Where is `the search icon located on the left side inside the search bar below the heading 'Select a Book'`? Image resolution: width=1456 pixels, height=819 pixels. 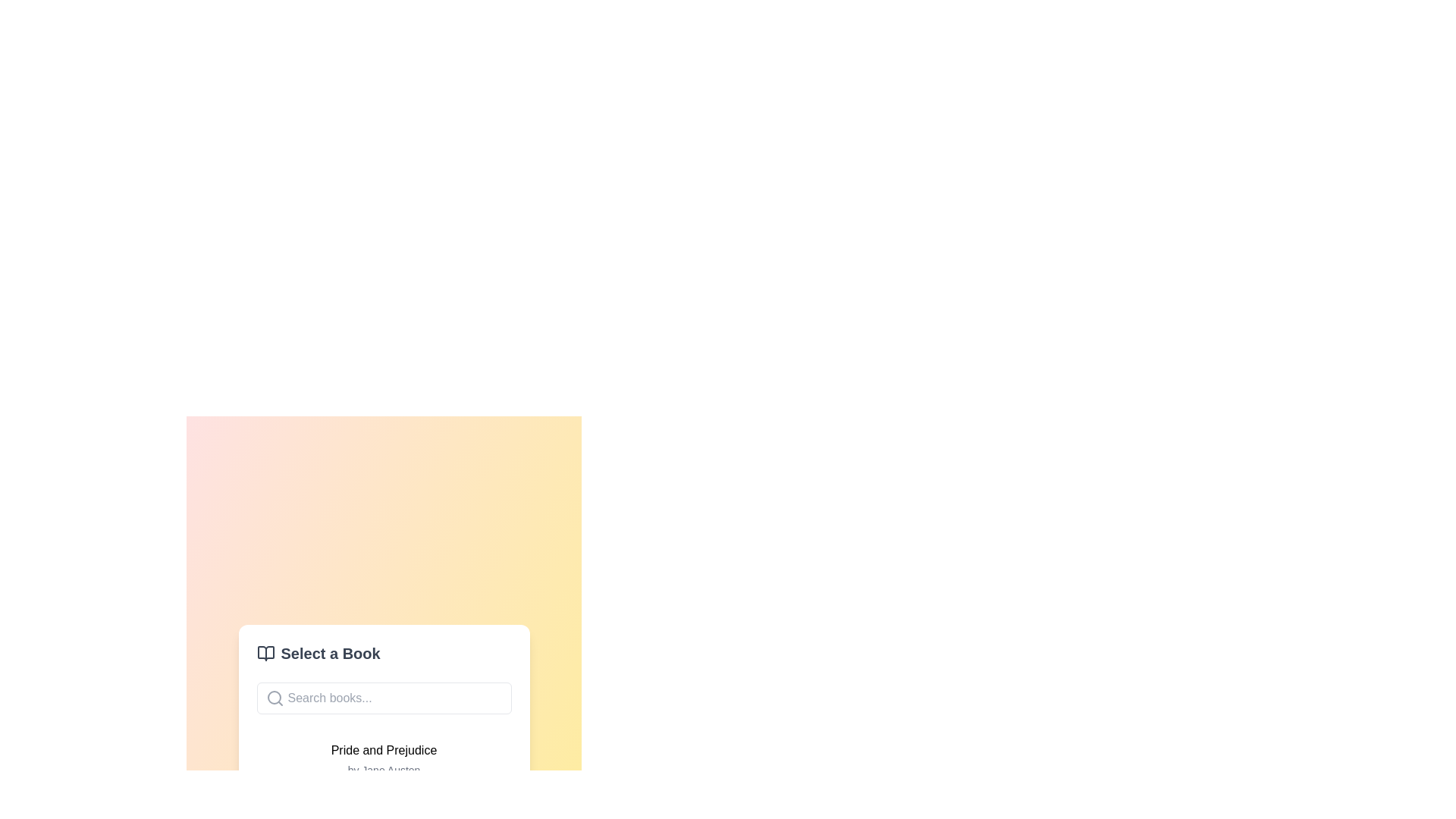
the search icon located on the left side inside the search bar below the heading 'Select a Book' is located at coordinates (275, 698).